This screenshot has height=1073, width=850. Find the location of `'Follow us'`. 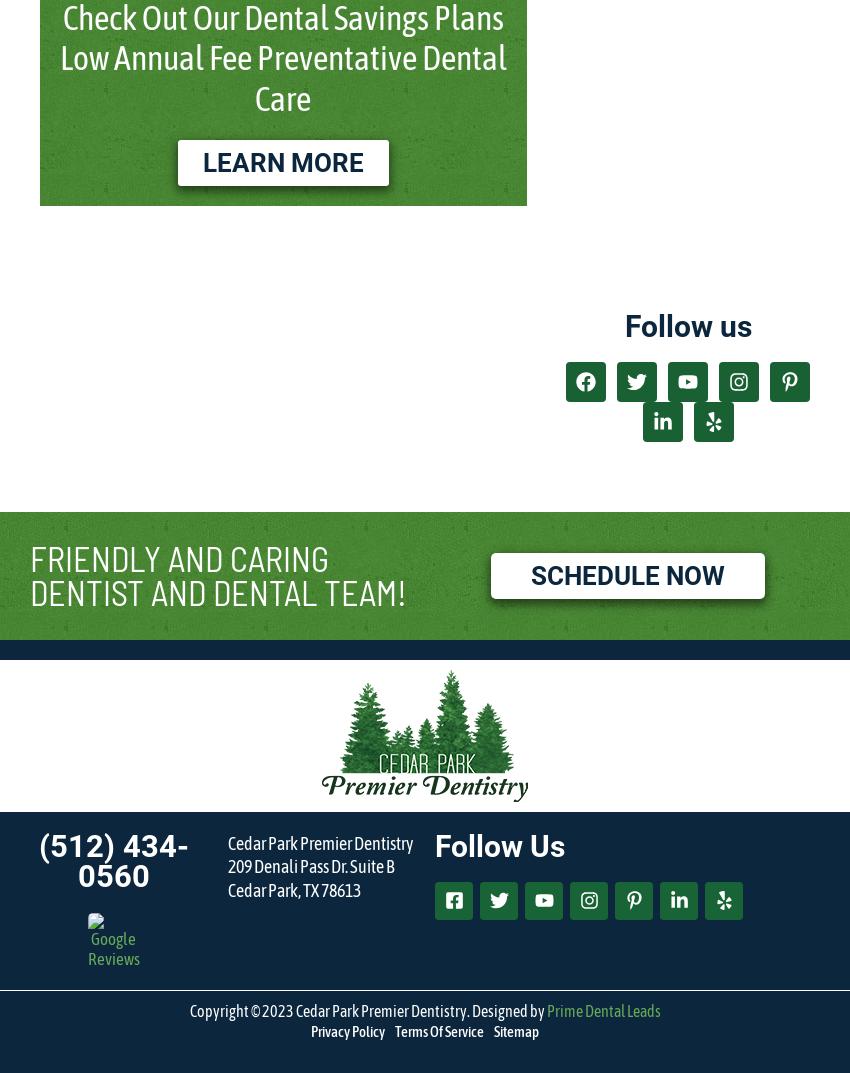

'Follow us' is located at coordinates (622, 325).